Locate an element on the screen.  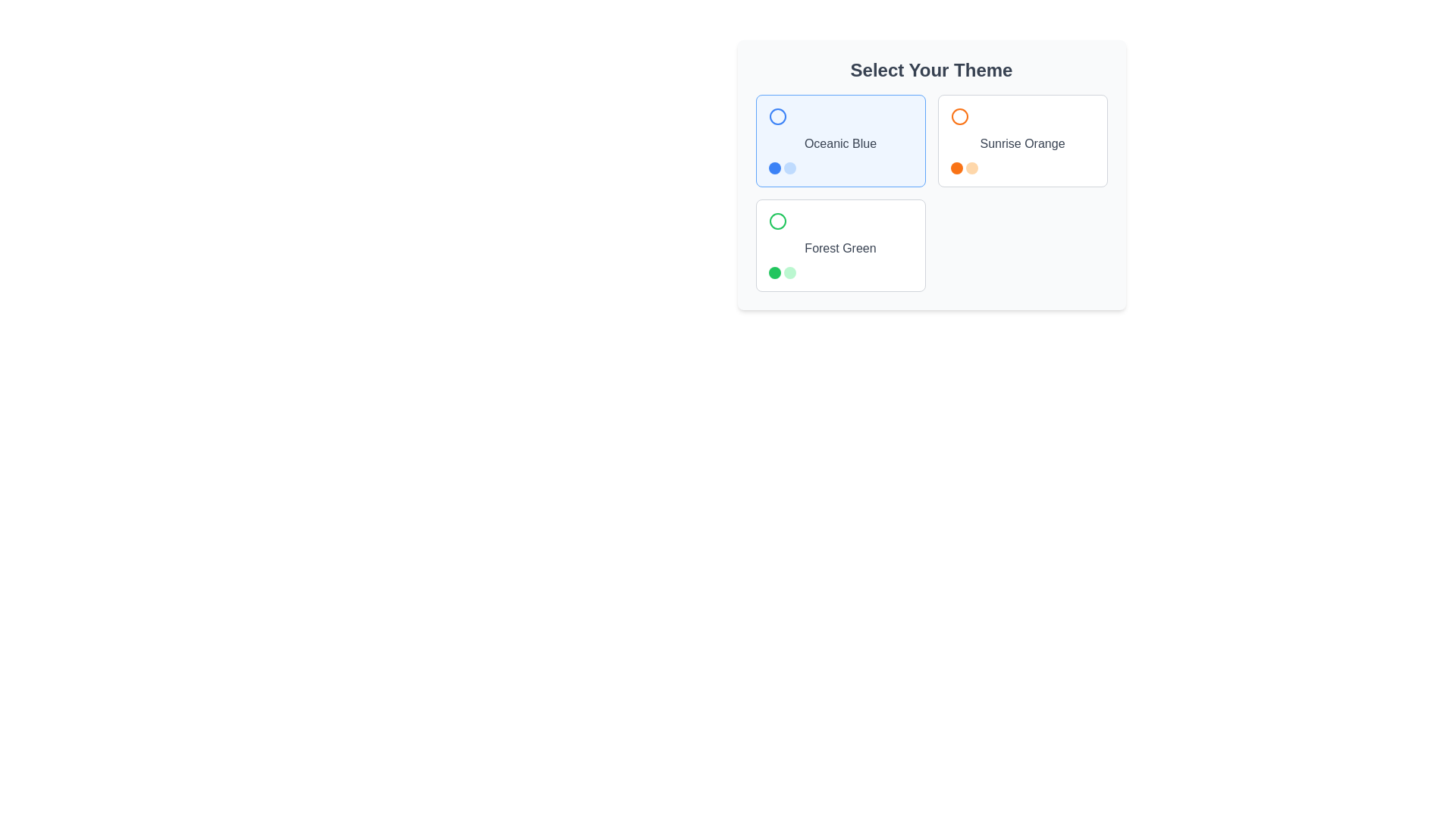
the individual circular icons representing color options in the 'Oceanic Blue' theme card, located at the bottom of the card is located at coordinates (839, 168).